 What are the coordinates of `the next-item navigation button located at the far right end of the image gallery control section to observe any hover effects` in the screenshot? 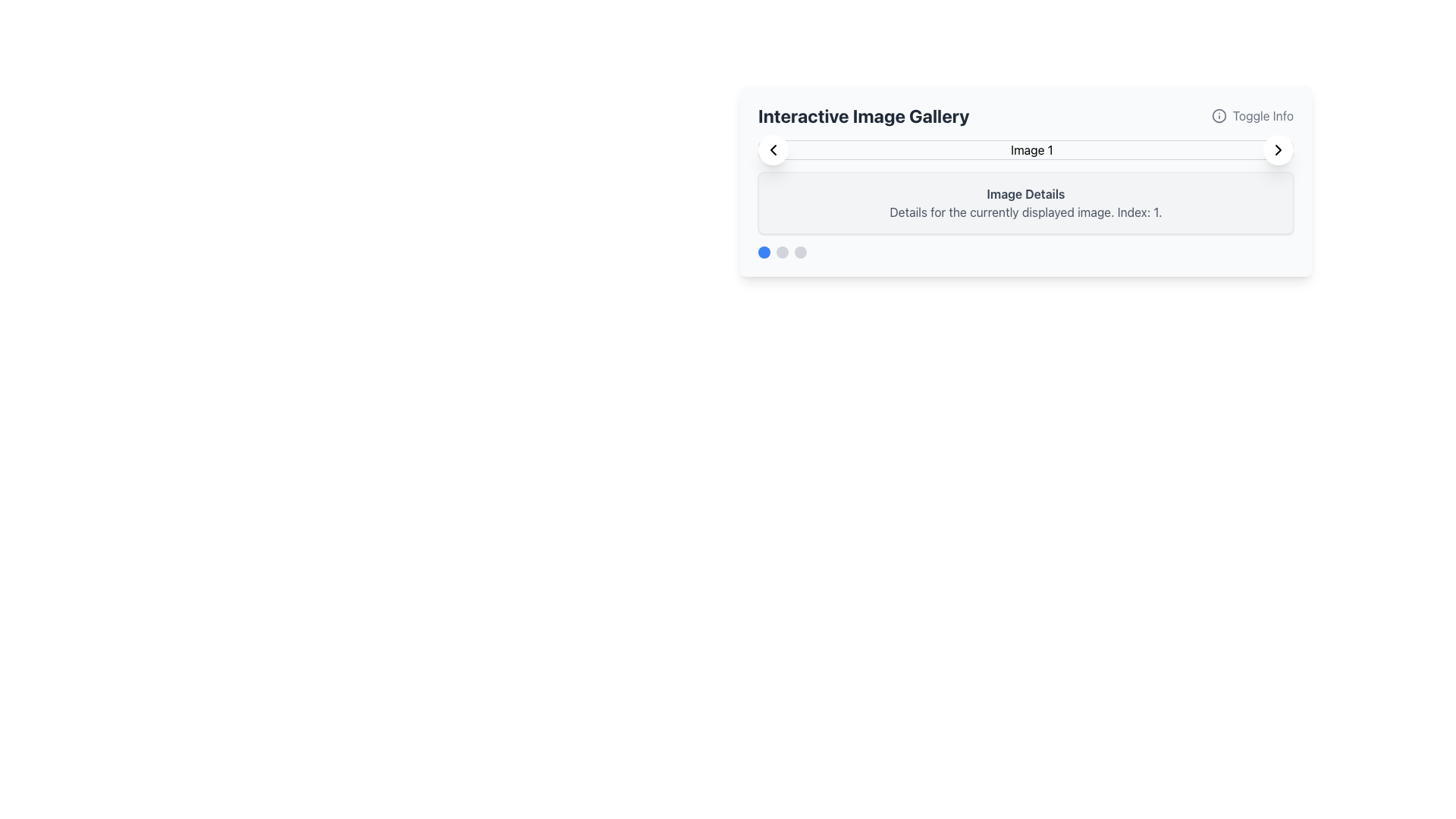 It's located at (1277, 149).